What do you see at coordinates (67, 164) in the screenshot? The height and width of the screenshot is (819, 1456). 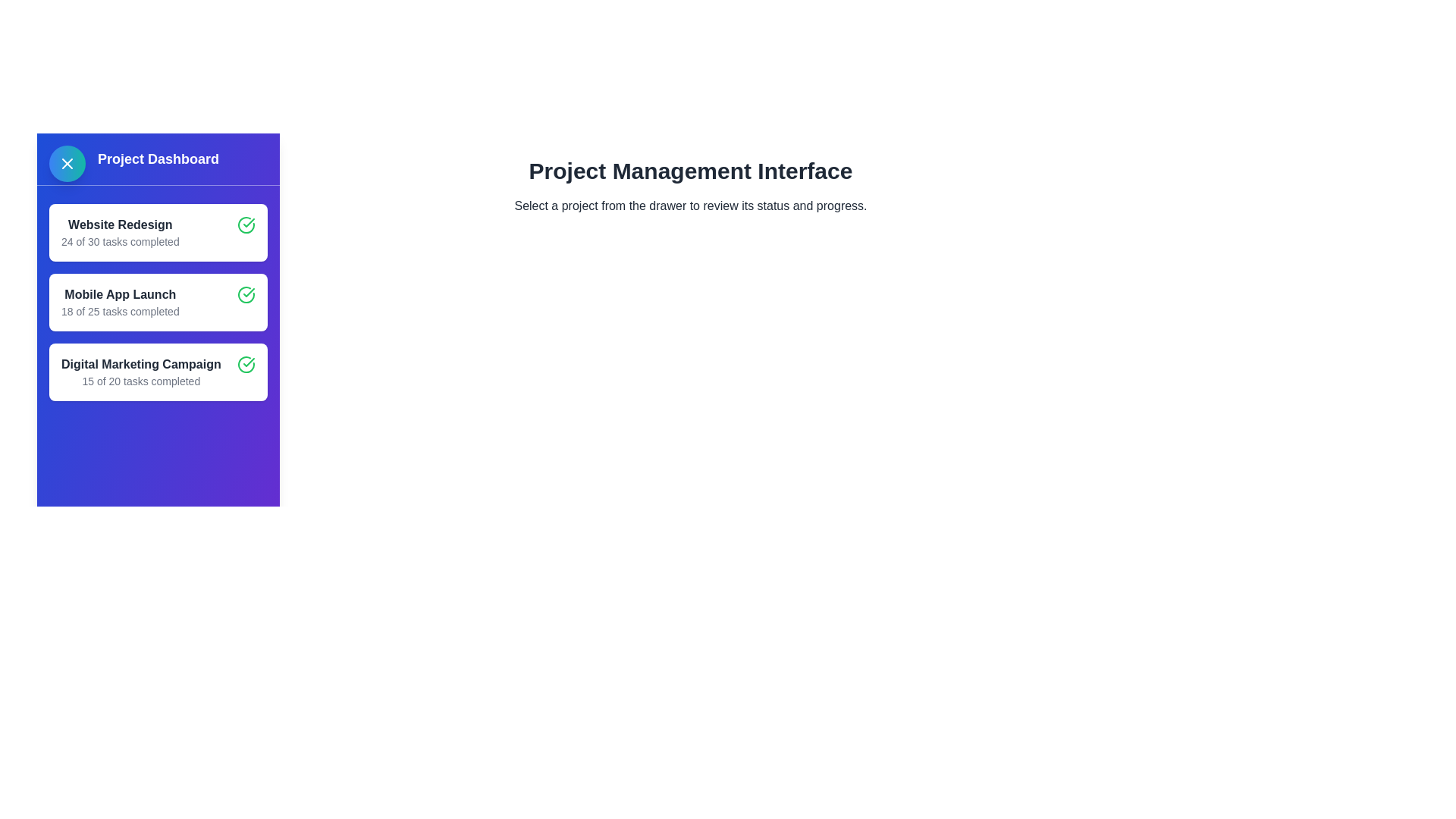 I see `the button at the top-left corner to toggle the visibility of the drawer` at bounding box center [67, 164].